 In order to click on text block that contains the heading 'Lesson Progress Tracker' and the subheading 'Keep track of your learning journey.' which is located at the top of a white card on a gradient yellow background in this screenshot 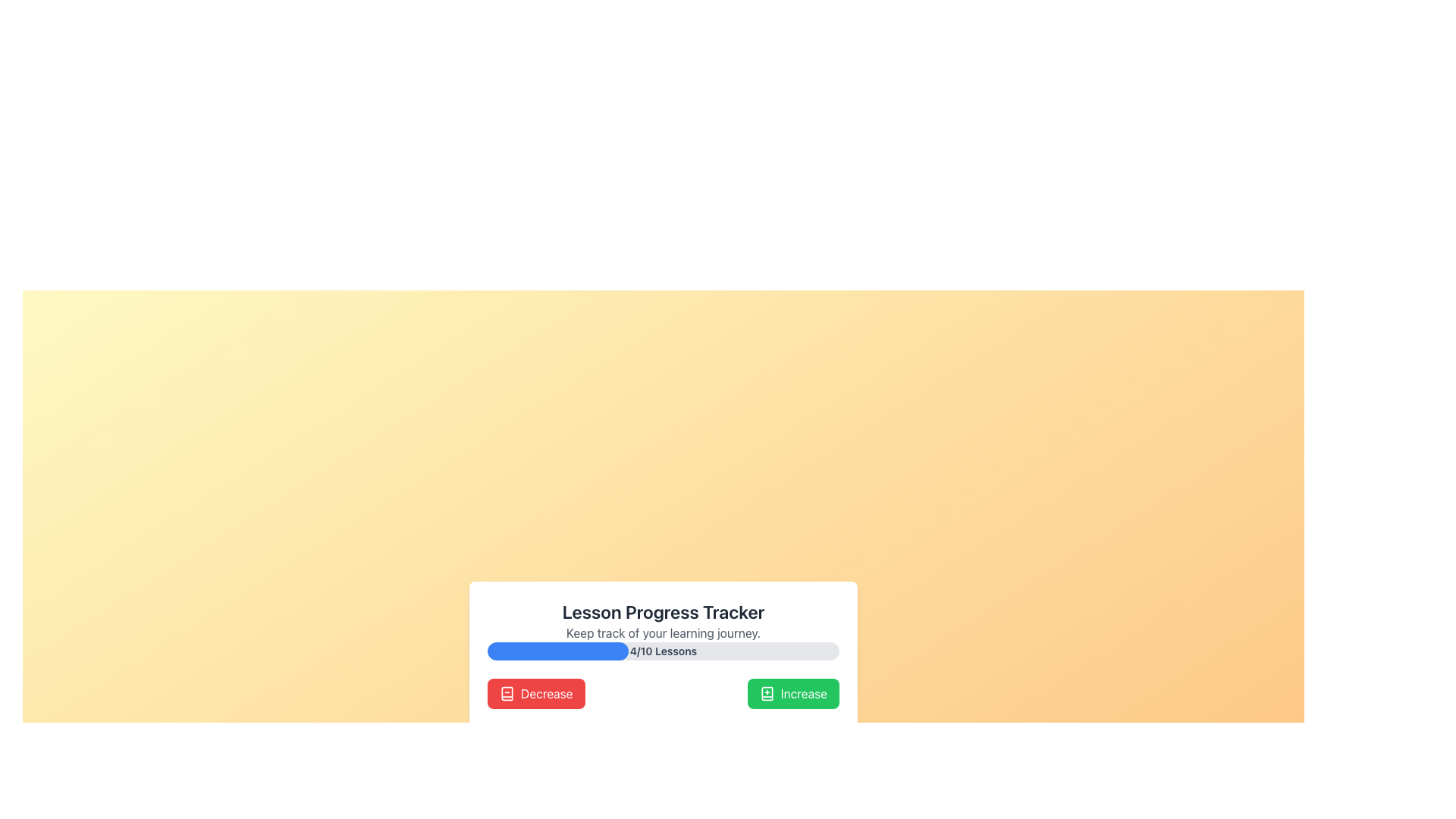, I will do `click(663, 620)`.